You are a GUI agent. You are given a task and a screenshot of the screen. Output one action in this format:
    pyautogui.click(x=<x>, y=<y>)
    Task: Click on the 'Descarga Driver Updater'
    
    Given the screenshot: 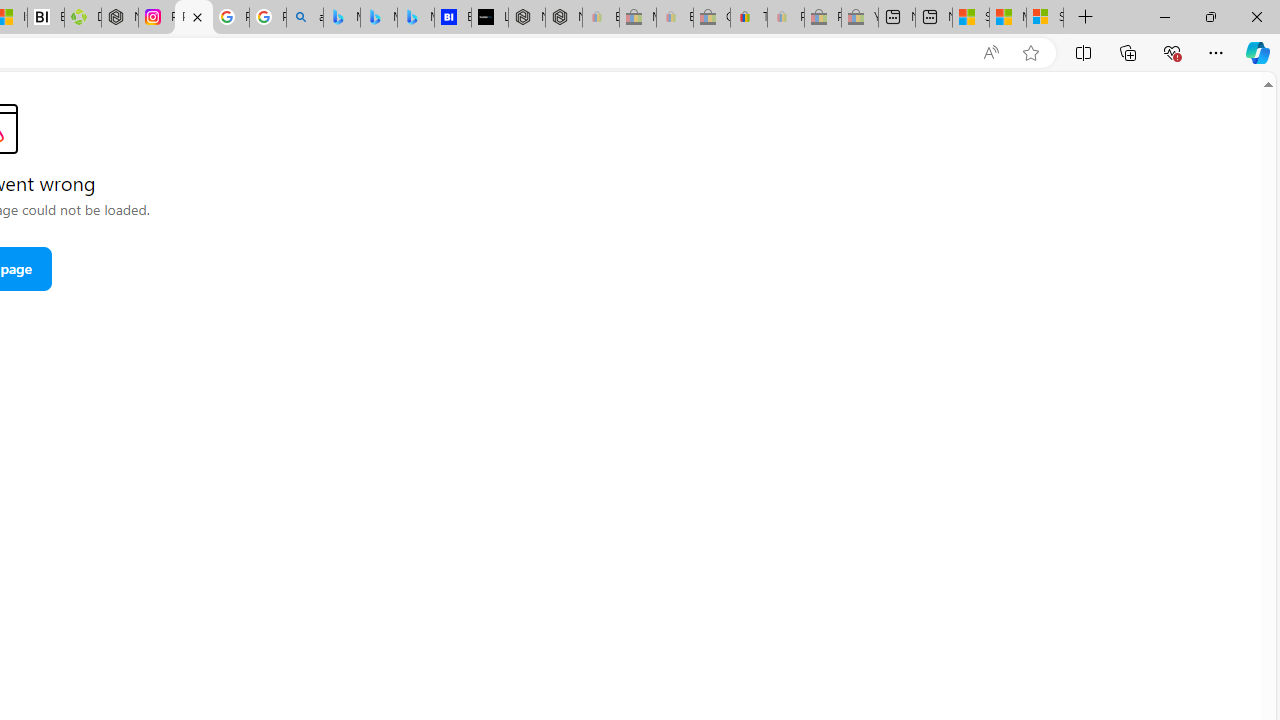 What is the action you would take?
    pyautogui.click(x=82, y=17)
    